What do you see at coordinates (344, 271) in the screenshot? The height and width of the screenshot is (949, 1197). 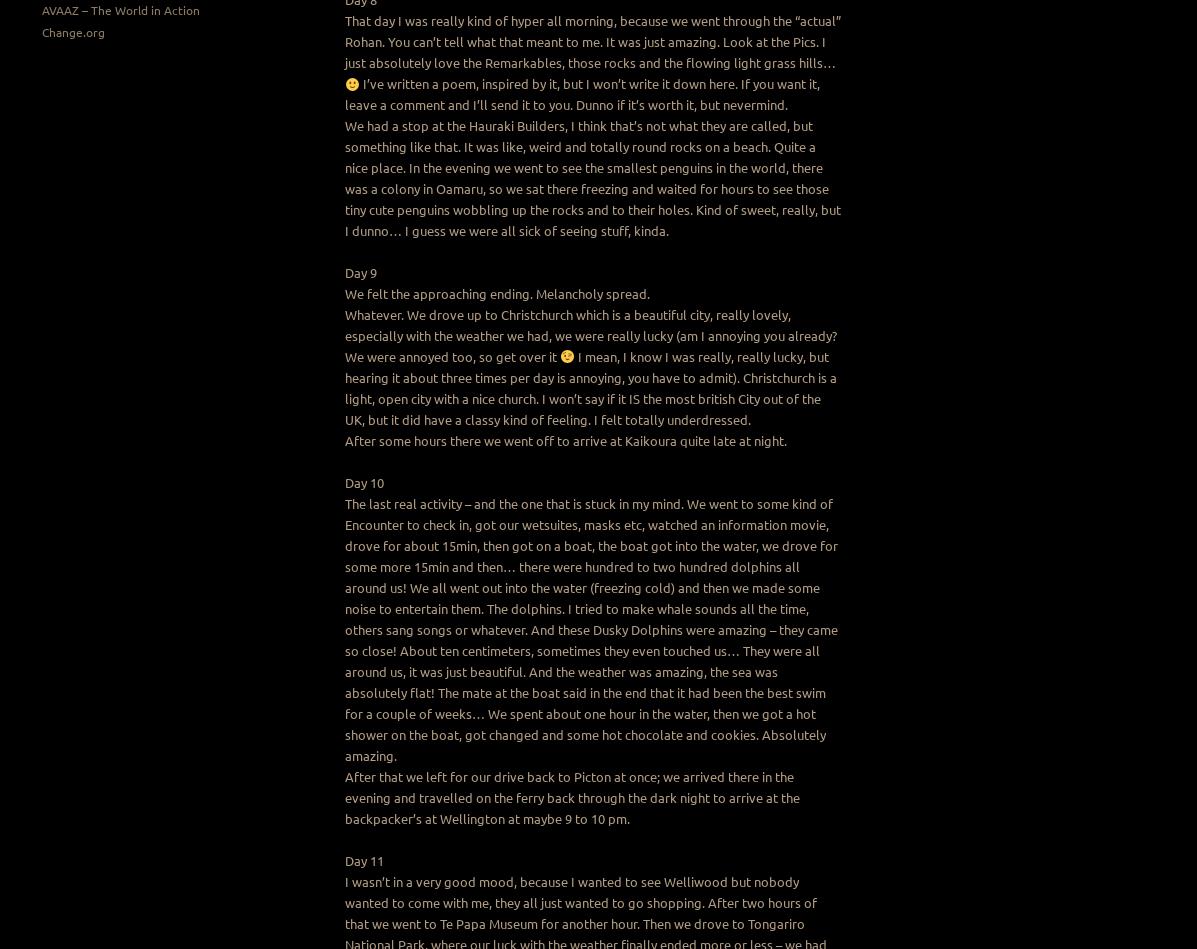 I see `'Day 9'` at bounding box center [344, 271].